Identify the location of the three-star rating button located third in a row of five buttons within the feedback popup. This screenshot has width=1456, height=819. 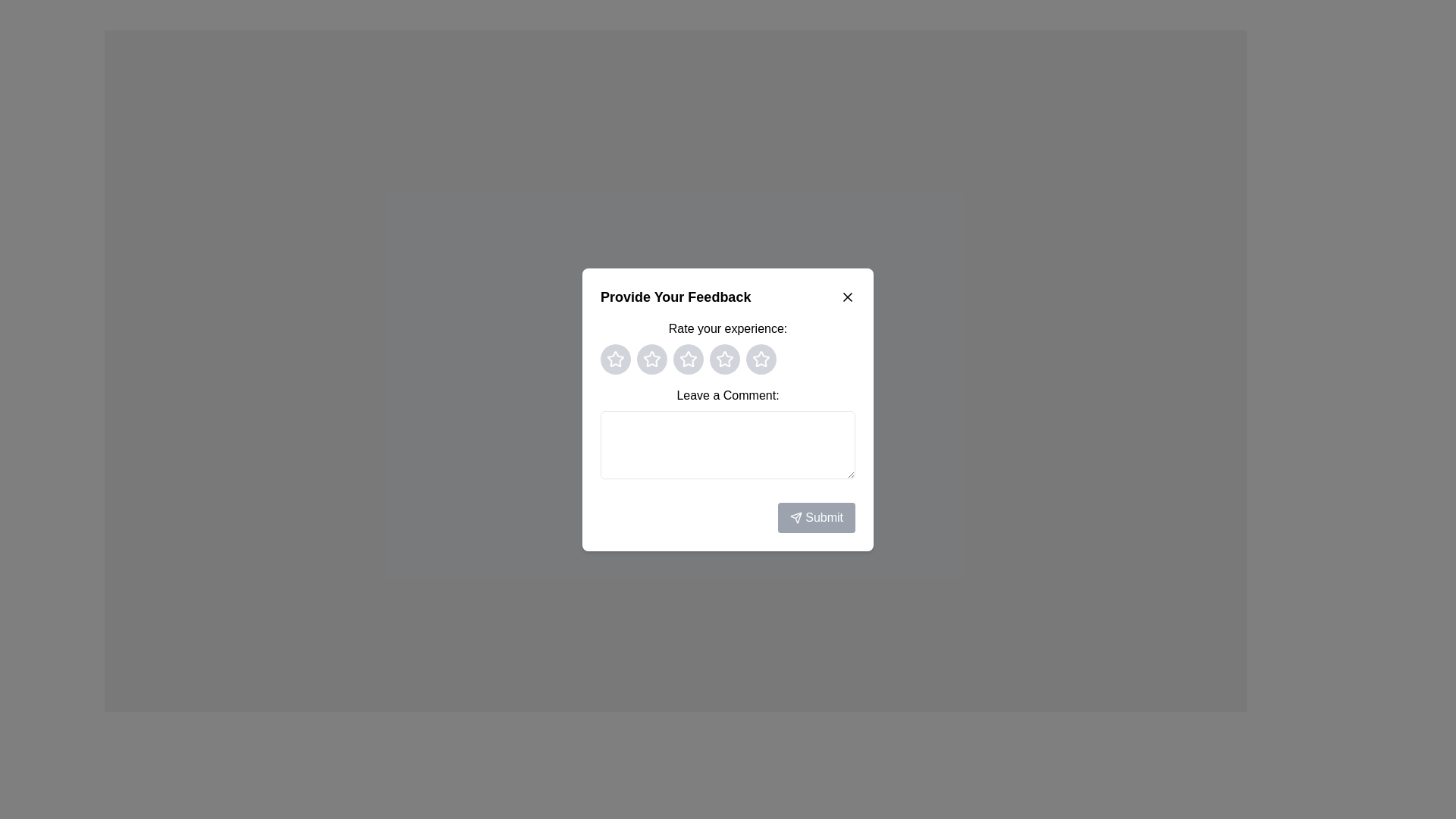
(687, 359).